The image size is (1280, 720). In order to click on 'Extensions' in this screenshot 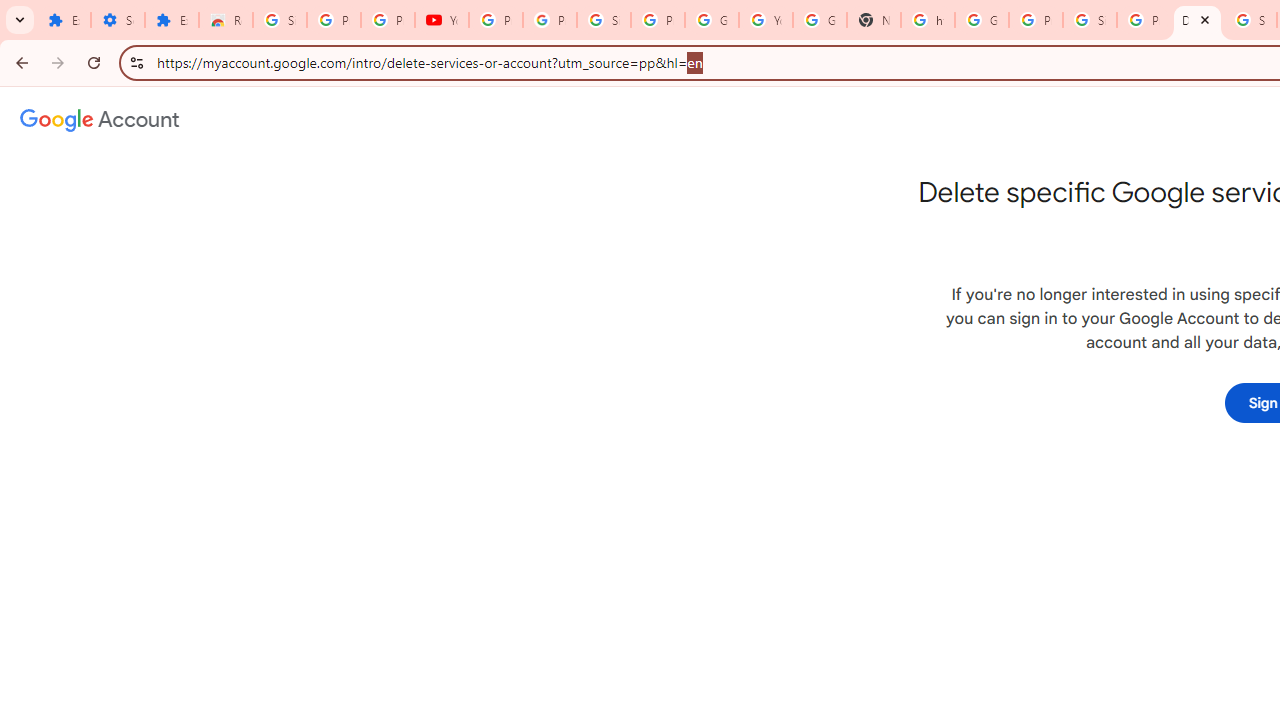, I will do `click(64, 20)`.